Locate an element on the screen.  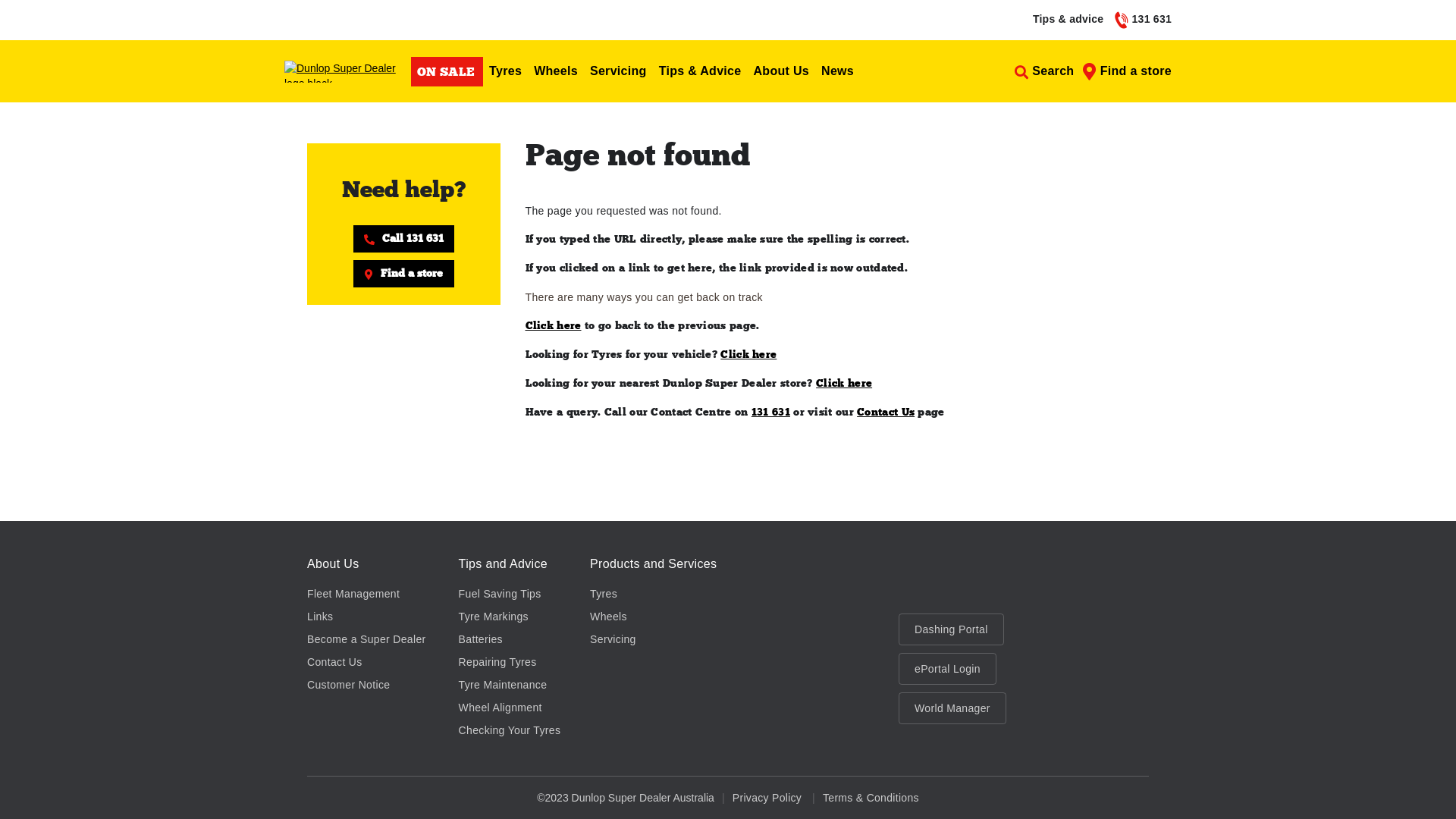
'Fleet Management' is located at coordinates (352, 593).